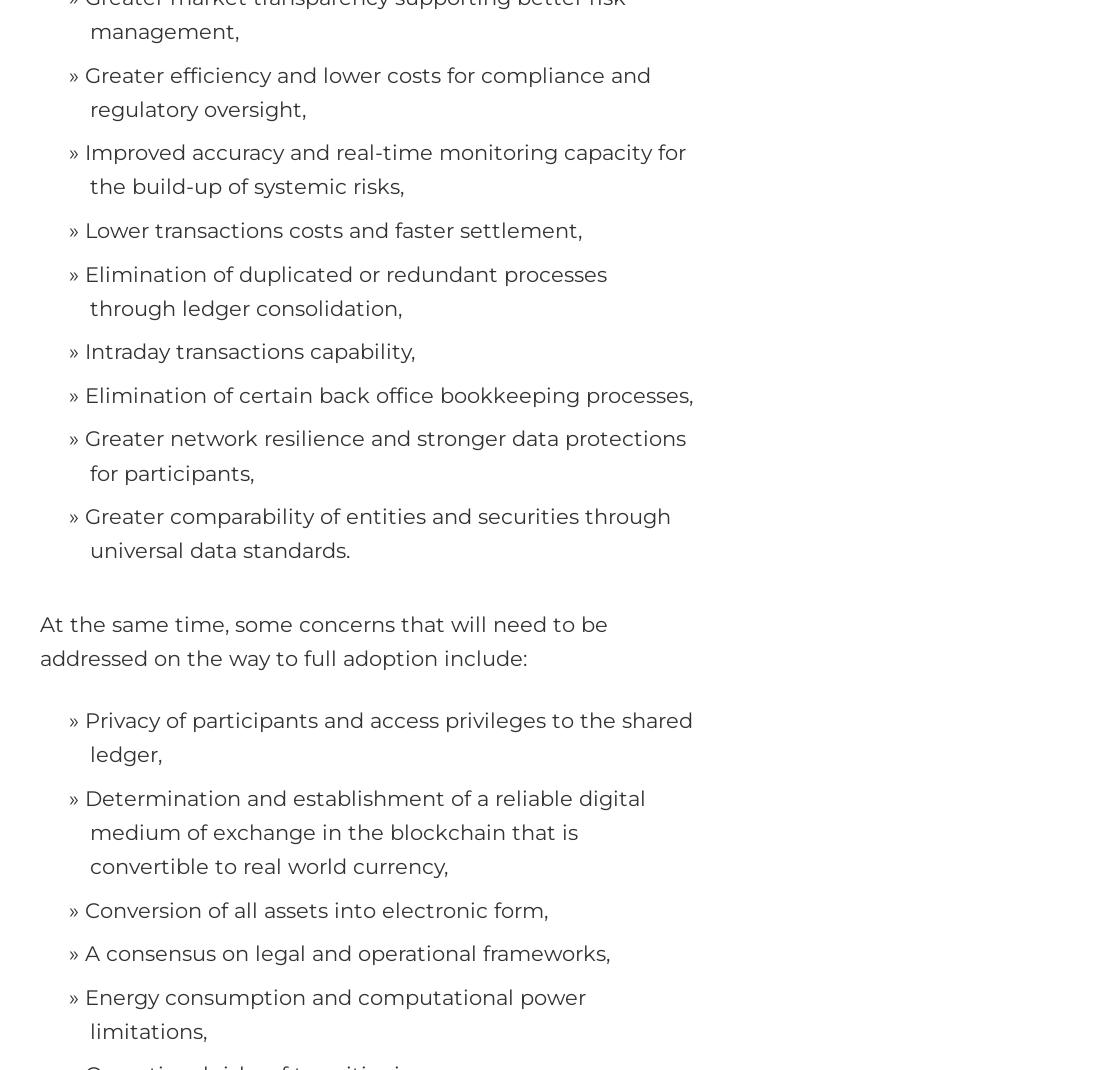  Describe the element at coordinates (334, 1013) in the screenshot. I see `'Energy consumption and computational power limitations,'` at that location.